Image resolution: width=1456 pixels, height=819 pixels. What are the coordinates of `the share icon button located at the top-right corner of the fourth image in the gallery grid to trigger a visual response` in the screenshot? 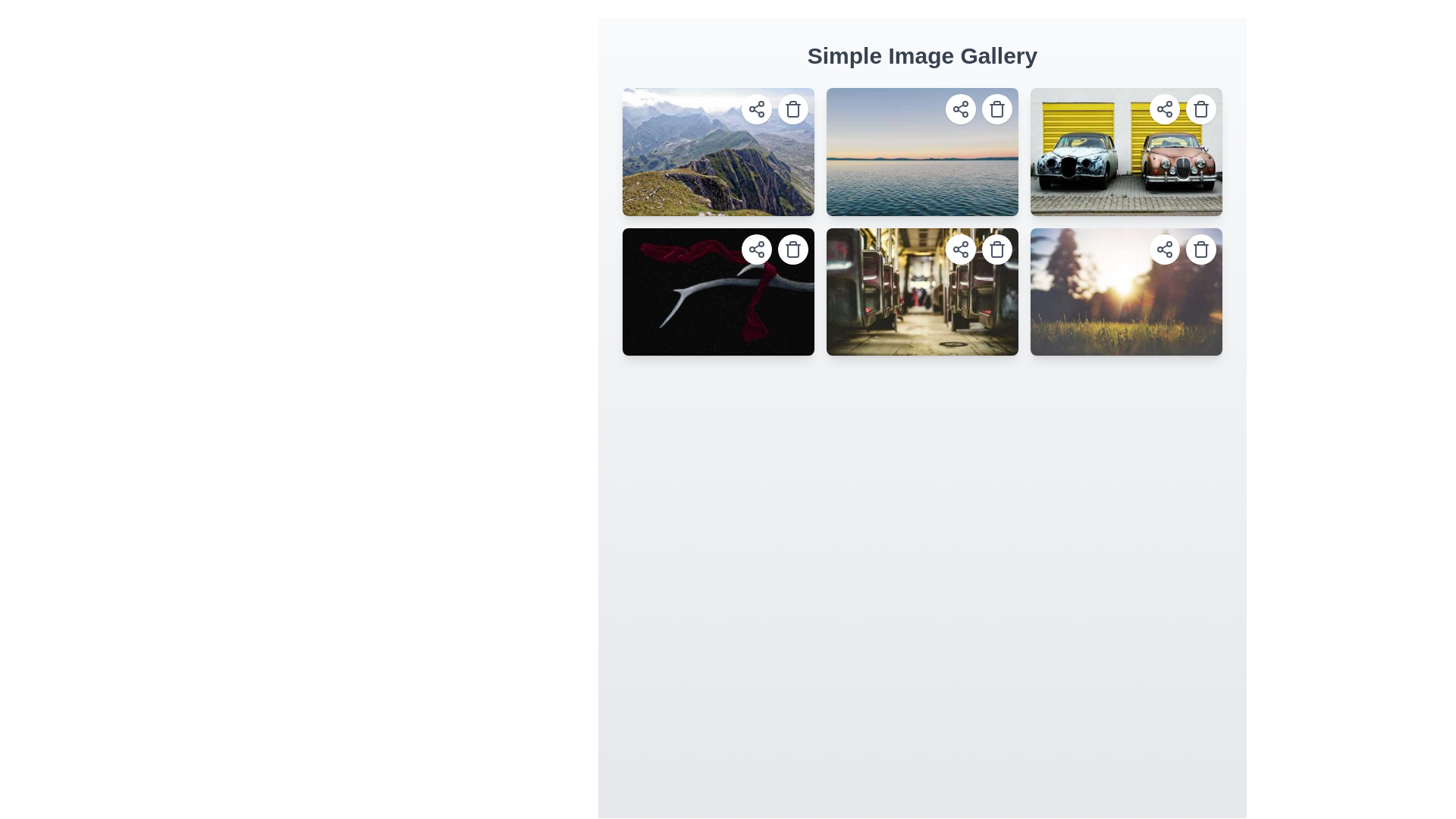 It's located at (1164, 108).